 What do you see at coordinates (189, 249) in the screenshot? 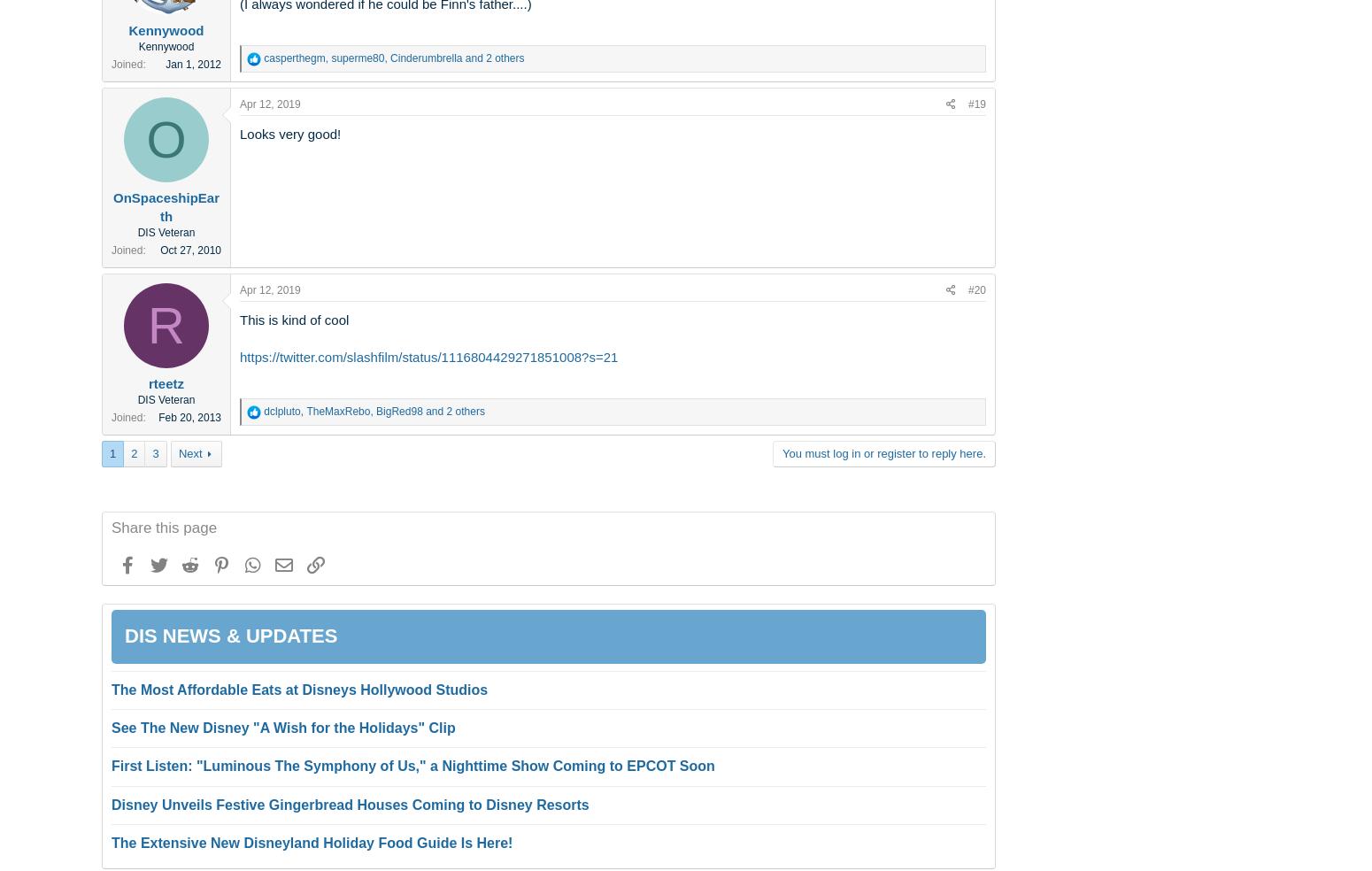
I see `'Oct 27, 2010'` at bounding box center [189, 249].